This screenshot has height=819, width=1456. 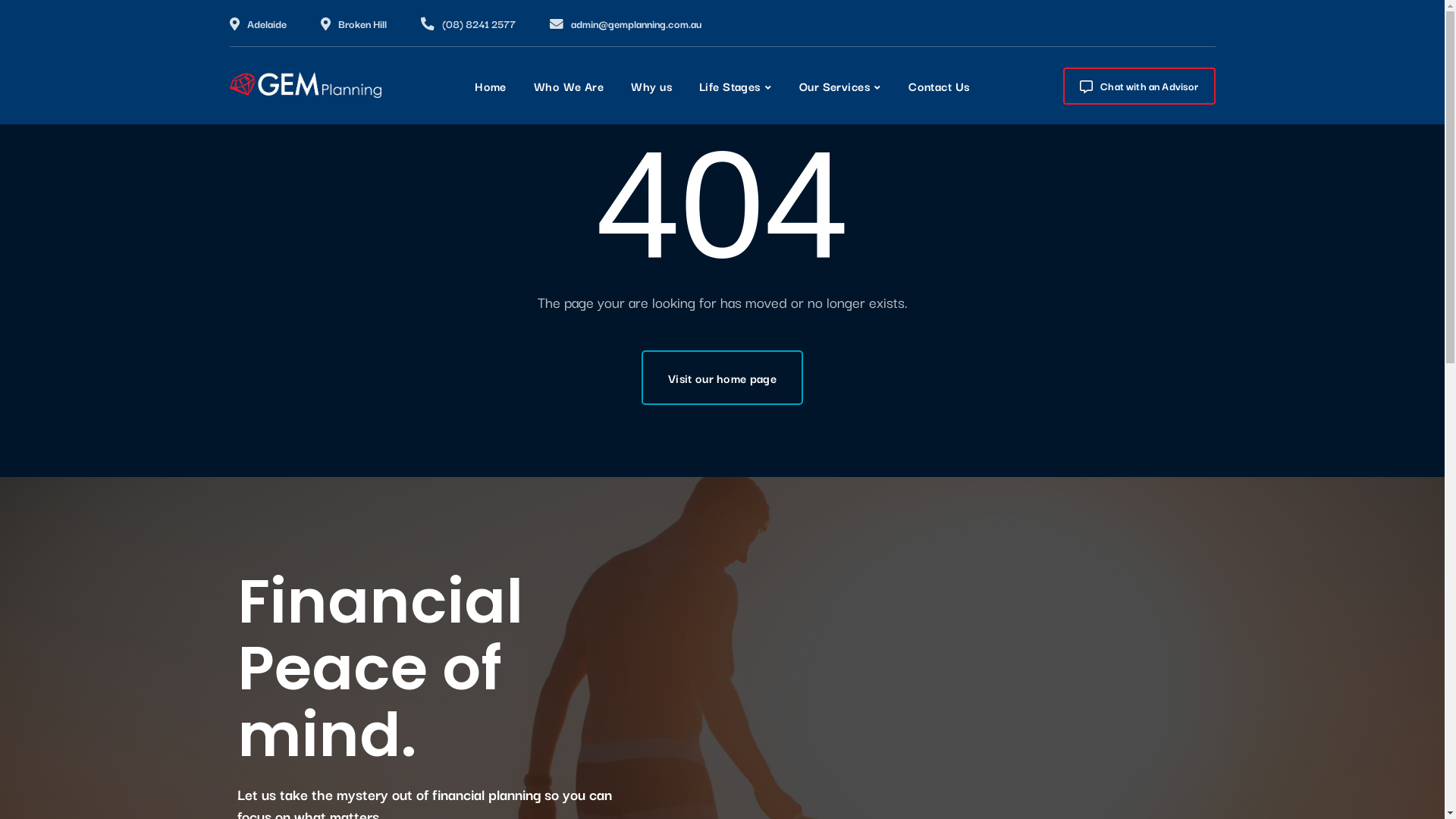 What do you see at coordinates (1139, 86) in the screenshot?
I see `'Chat with an Advisor'` at bounding box center [1139, 86].